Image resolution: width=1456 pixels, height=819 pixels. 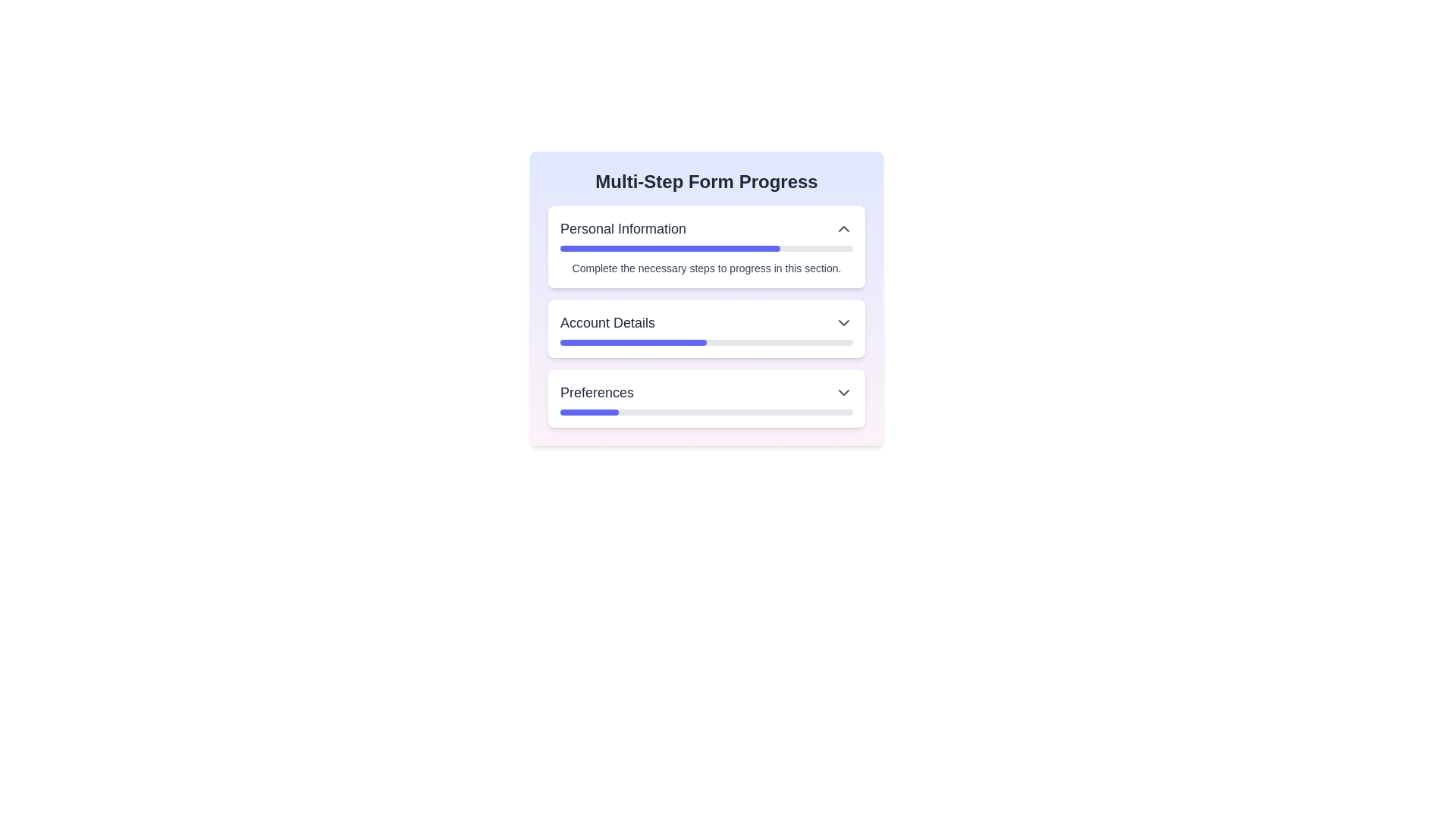 What do you see at coordinates (705, 268) in the screenshot?
I see `static text that displays 'Complete the necessary steps to progress in this section.' positioned below the progress bar in the 'Personal Information' section` at bounding box center [705, 268].